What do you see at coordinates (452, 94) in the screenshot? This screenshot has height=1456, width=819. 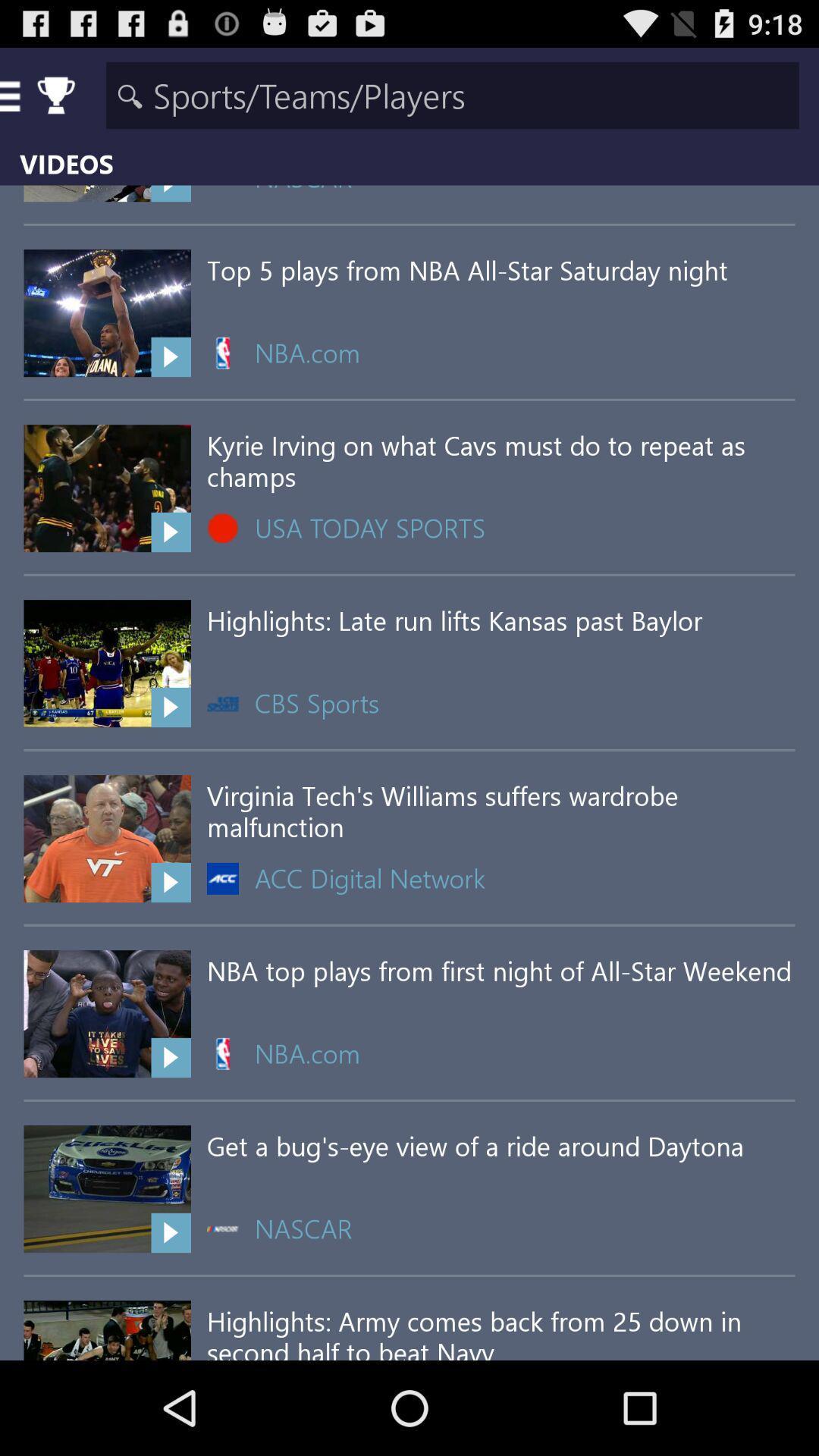 I see `search bar` at bounding box center [452, 94].